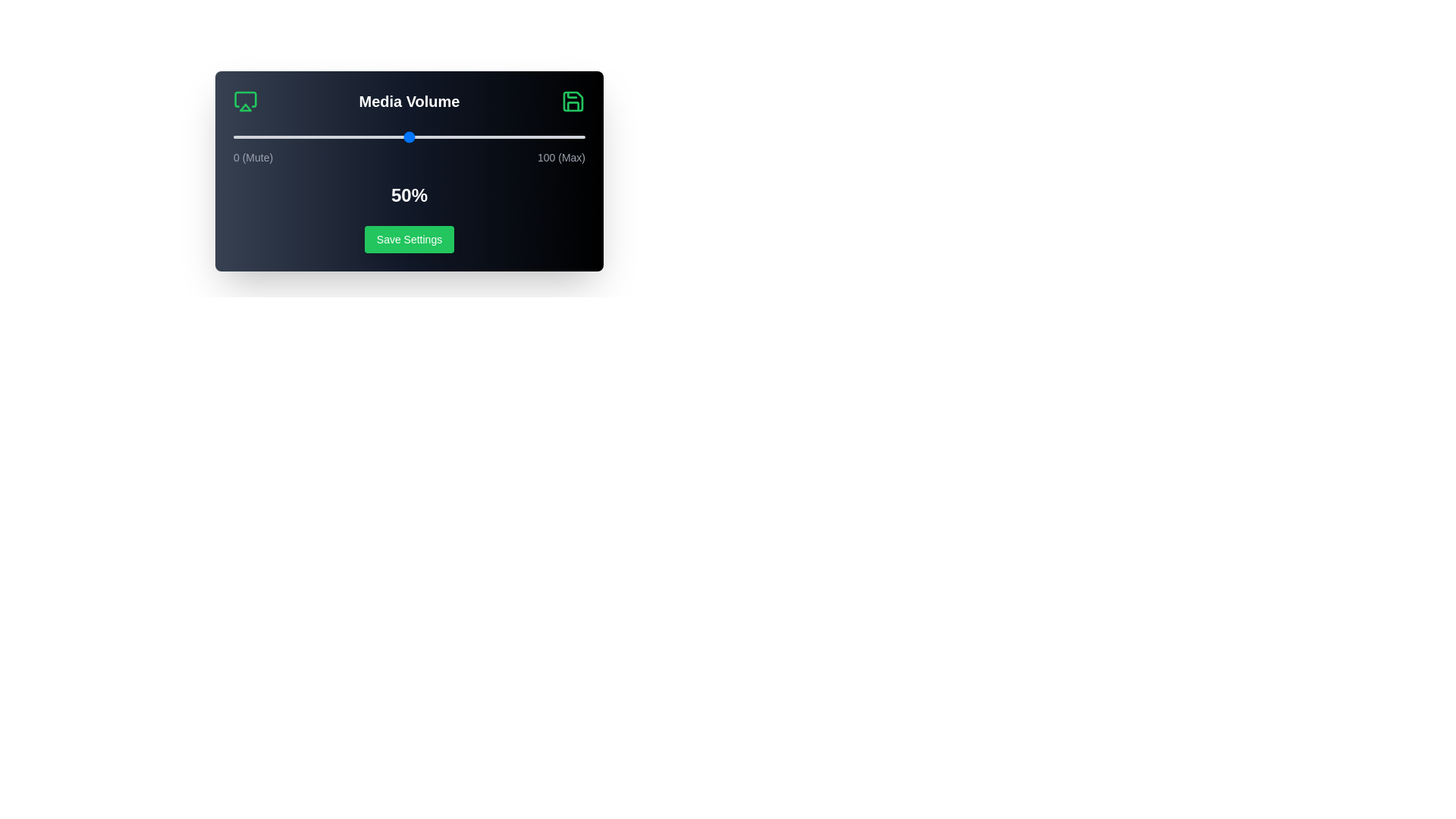  What do you see at coordinates (566, 137) in the screenshot?
I see `the volume slider to 95%` at bounding box center [566, 137].